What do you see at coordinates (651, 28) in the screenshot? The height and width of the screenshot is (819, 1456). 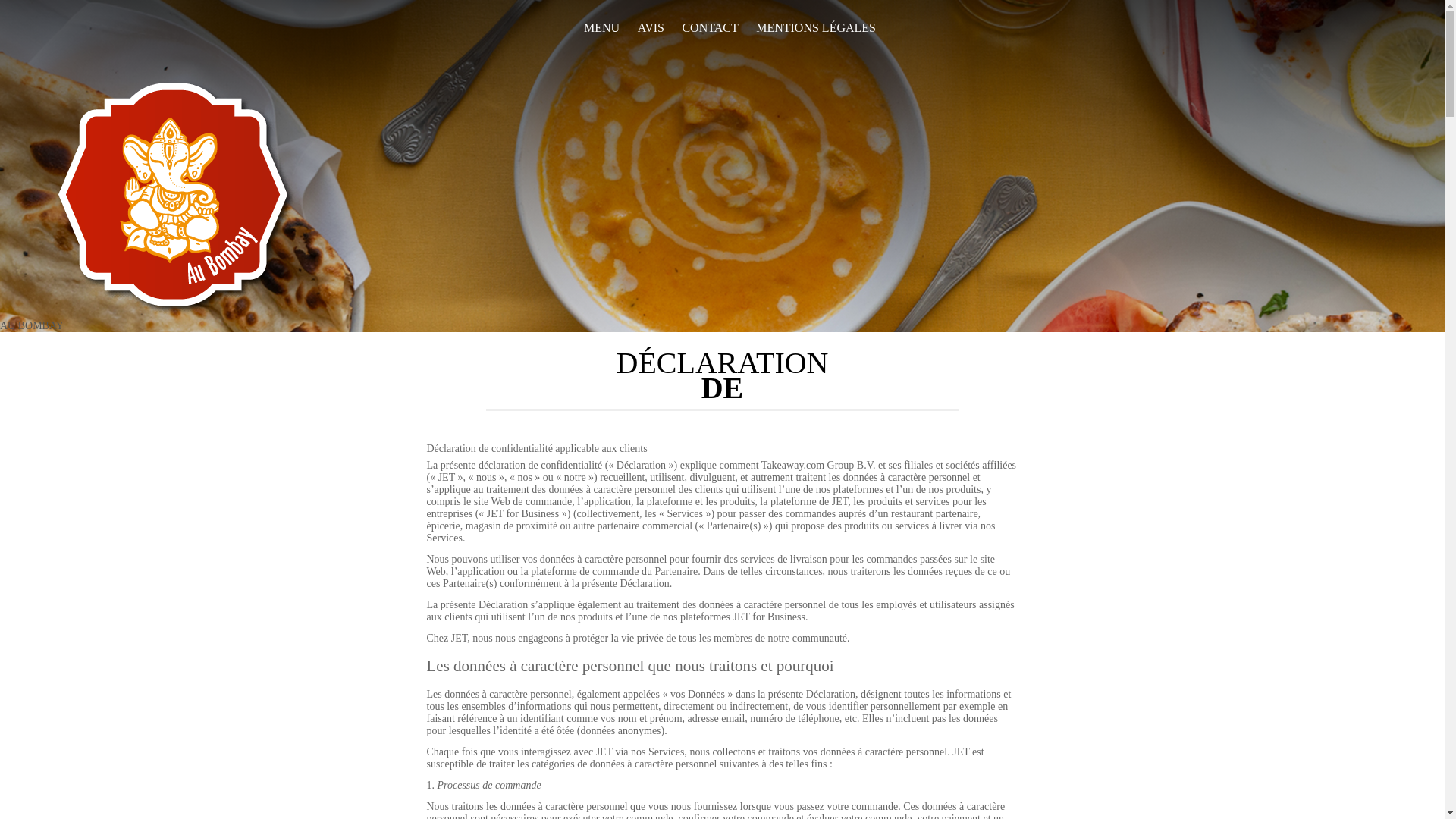 I see `'AVIS'` at bounding box center [651, 28].